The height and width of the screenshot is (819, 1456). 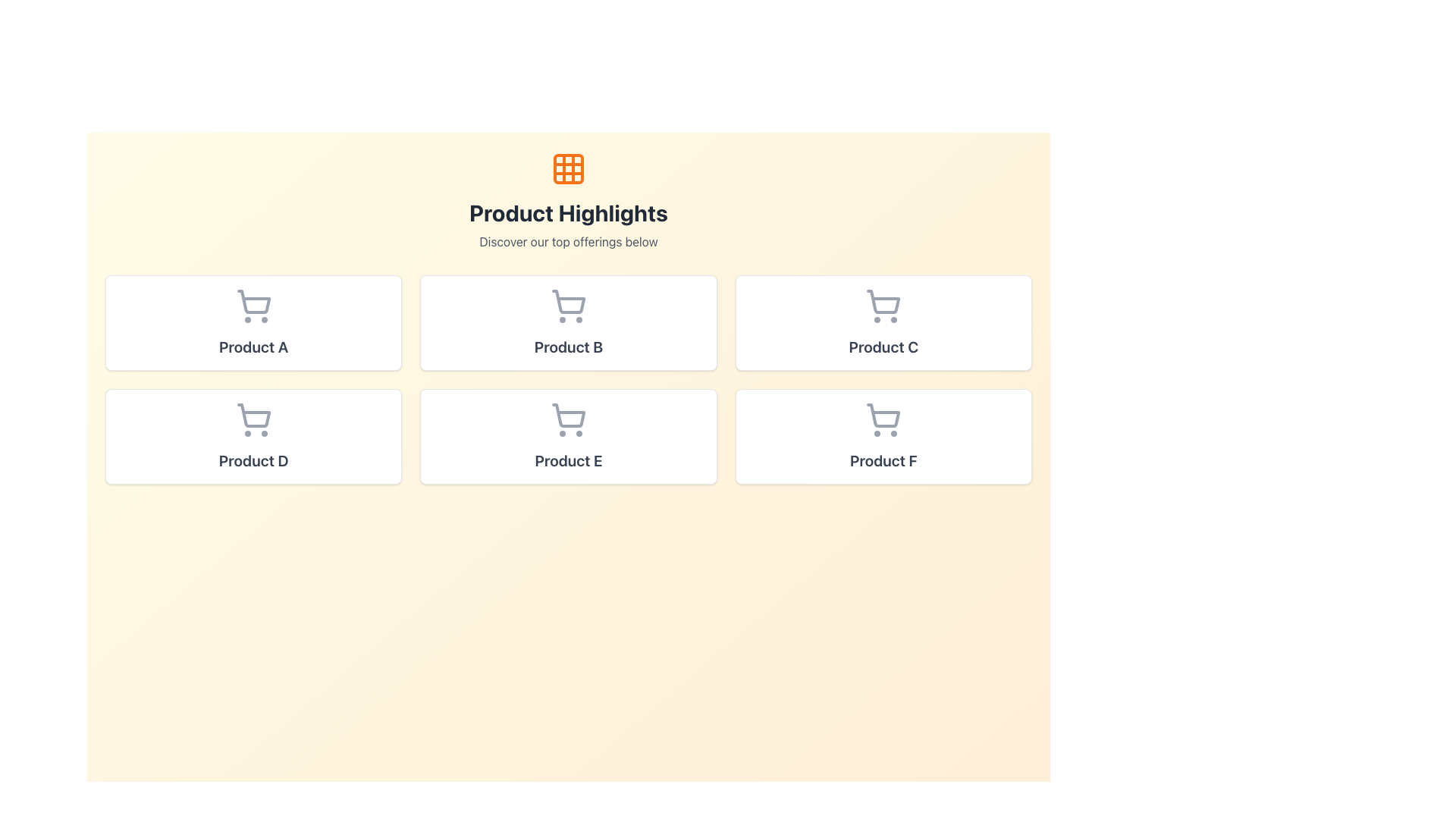 I want to click on the shopping cart icon representing 'Product A' located in the top-left section of the product card grid, so click(x=253, y=302).